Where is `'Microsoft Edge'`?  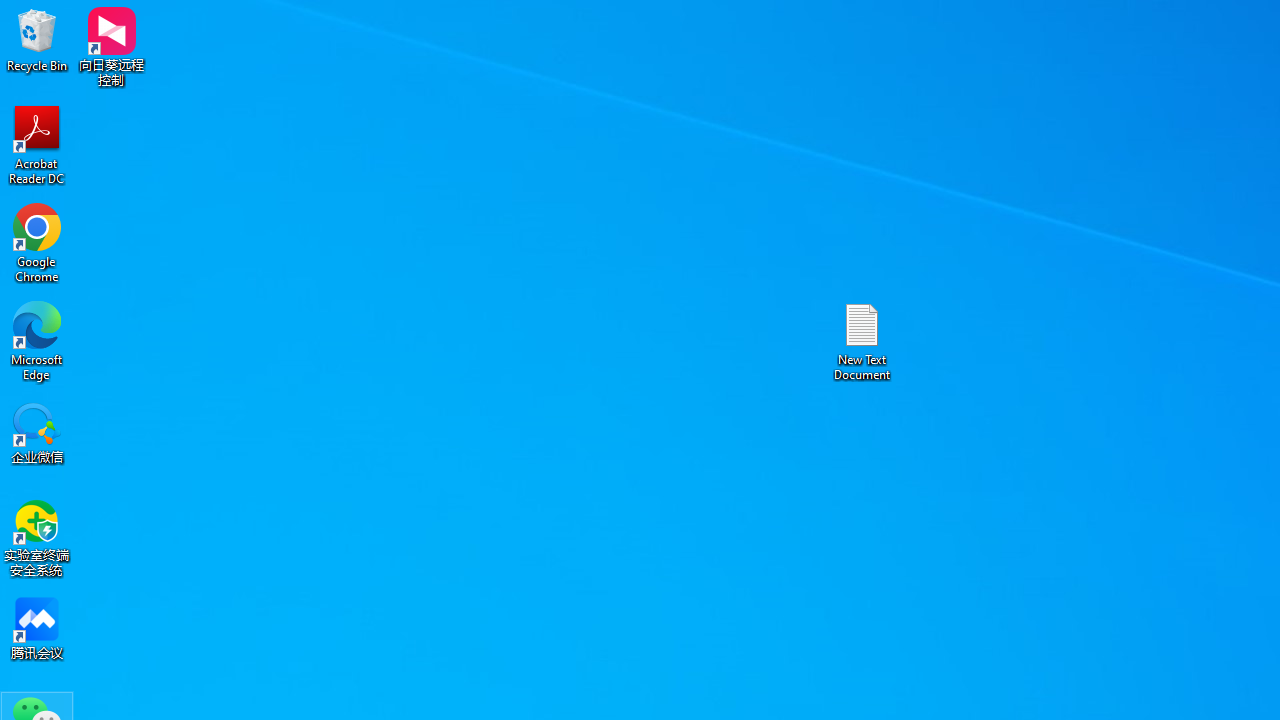
'Microsoft Edge' is located at coordinates (37, 340).